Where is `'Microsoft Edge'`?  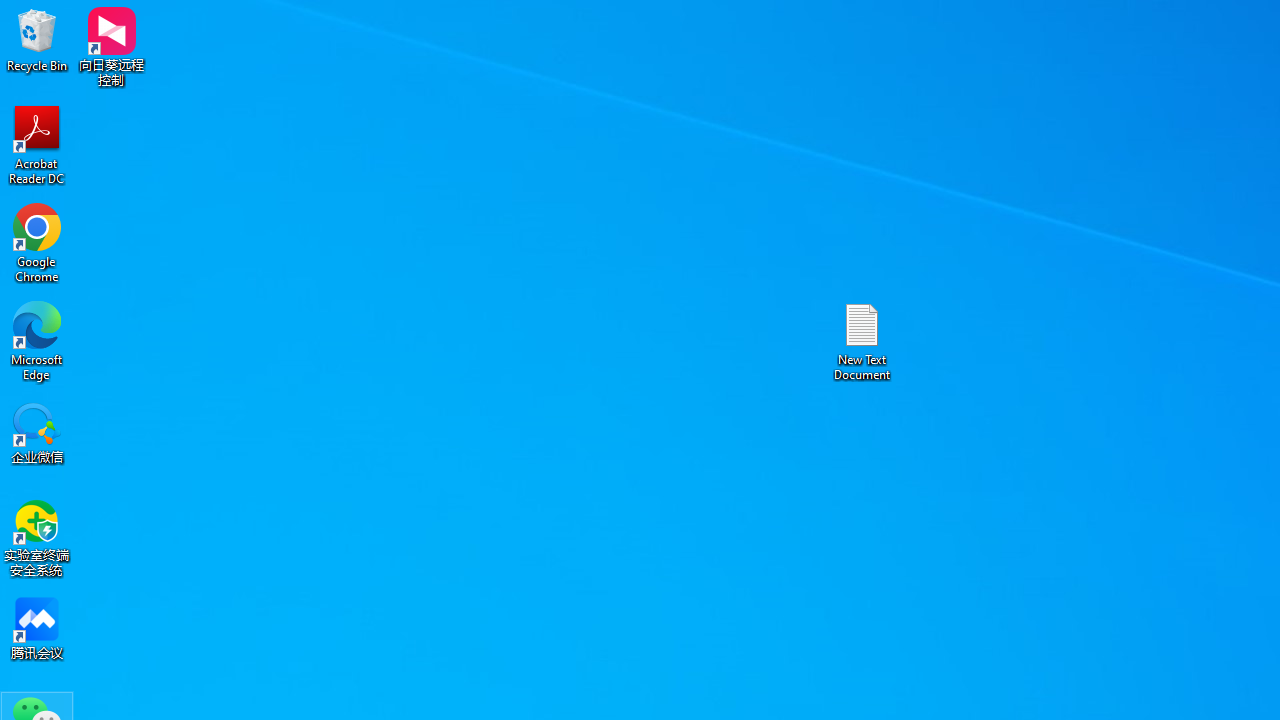
'Microsoft Edge' is located at coordinates (37, 340).